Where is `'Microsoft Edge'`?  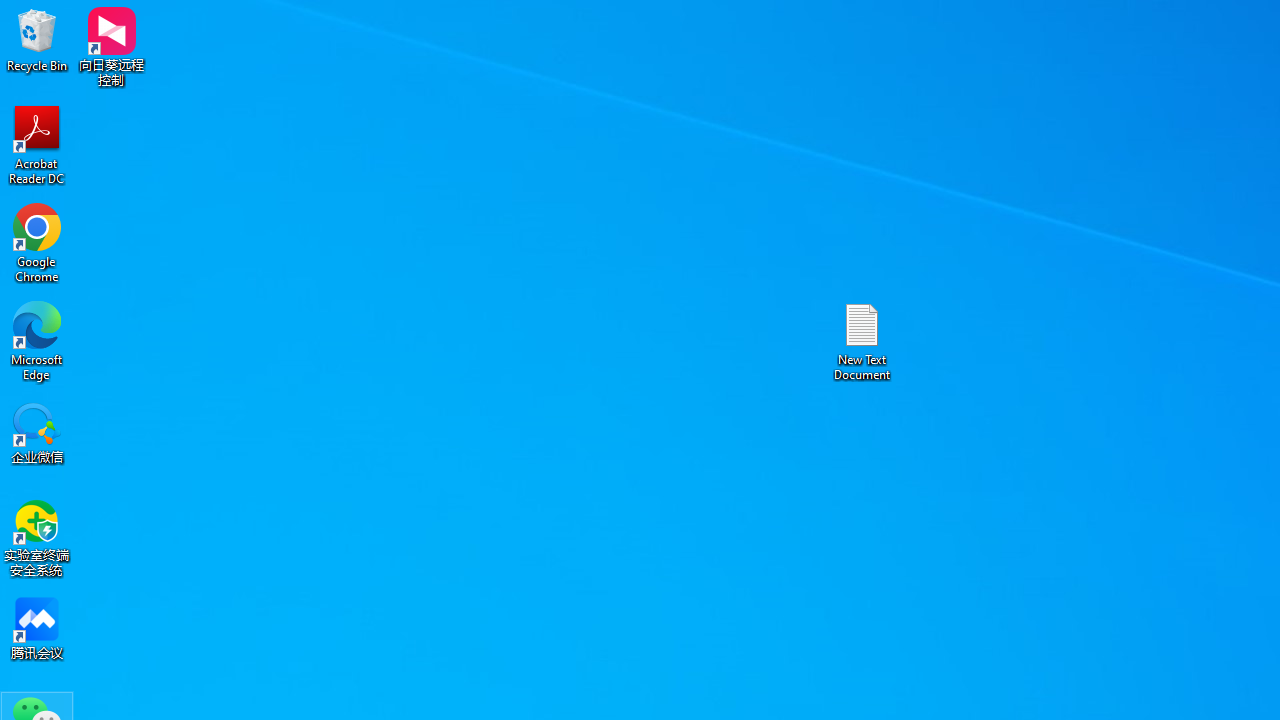
'Microsoft Edge' is located at coordinates (37, 340).